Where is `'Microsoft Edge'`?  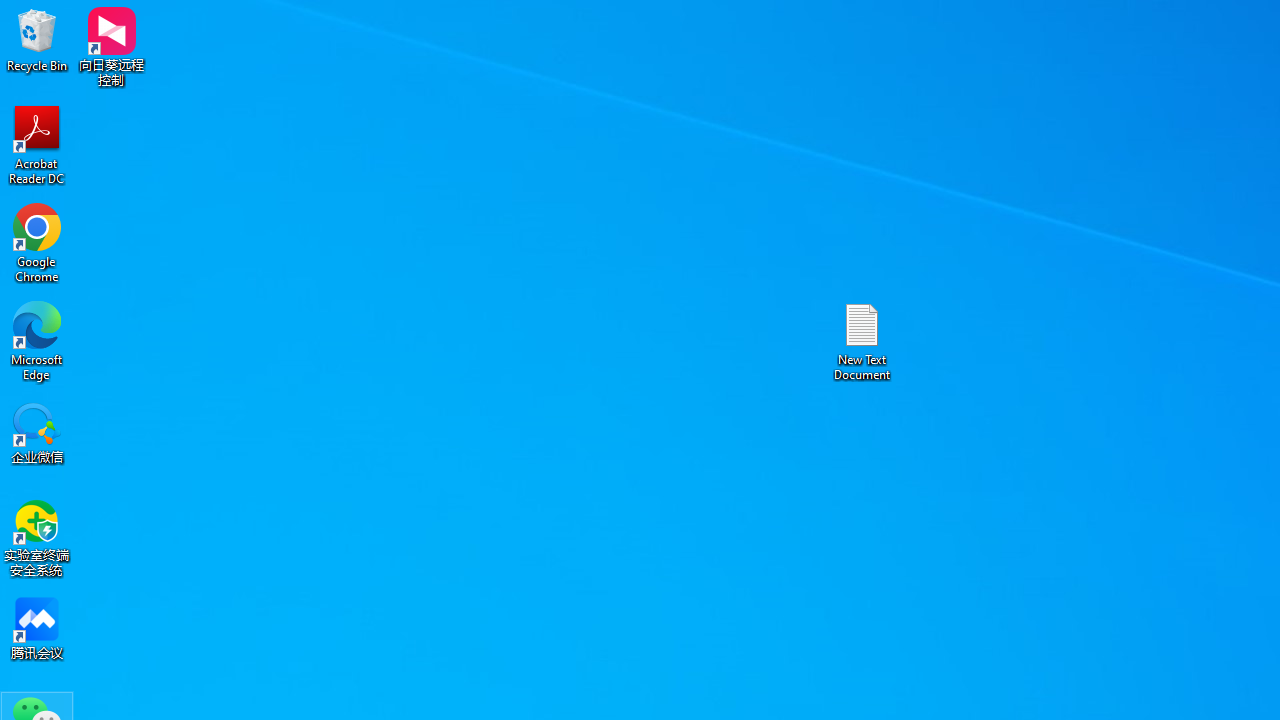
'Microsoft Edge' is located at coordinates (37, 340).